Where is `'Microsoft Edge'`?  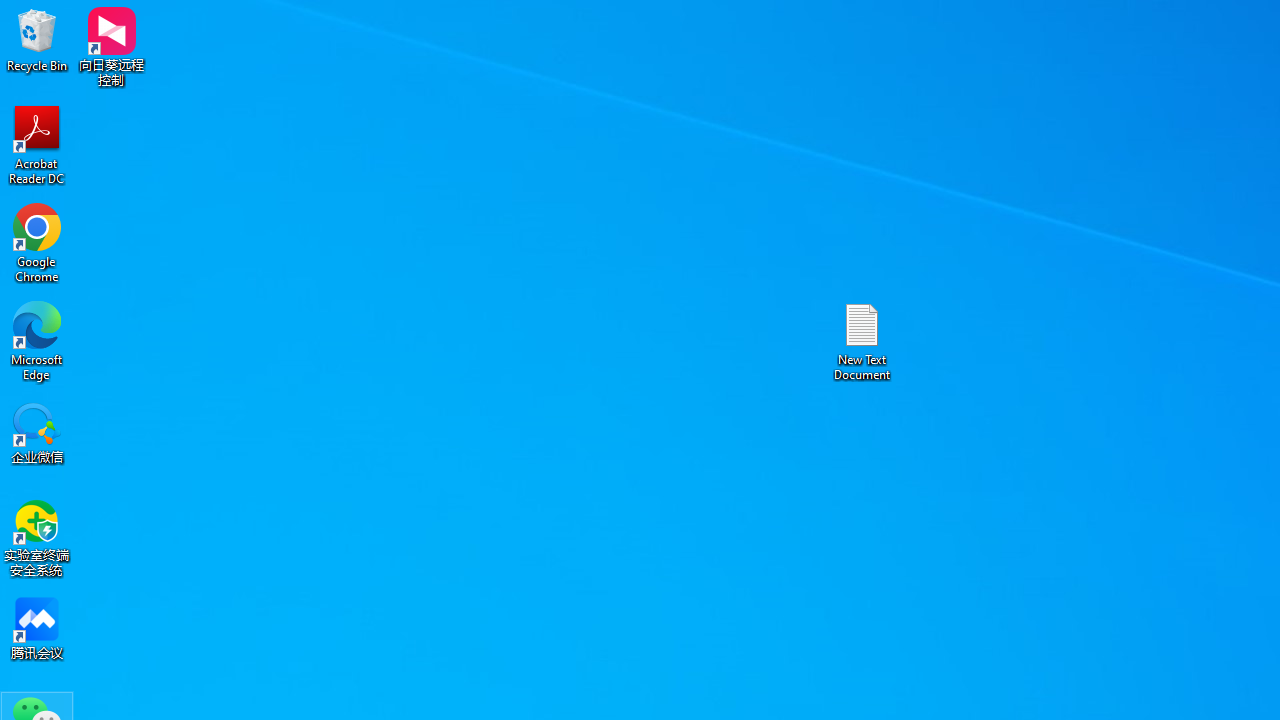
'Microsoft Edge' is located at coordinates (37, 340).